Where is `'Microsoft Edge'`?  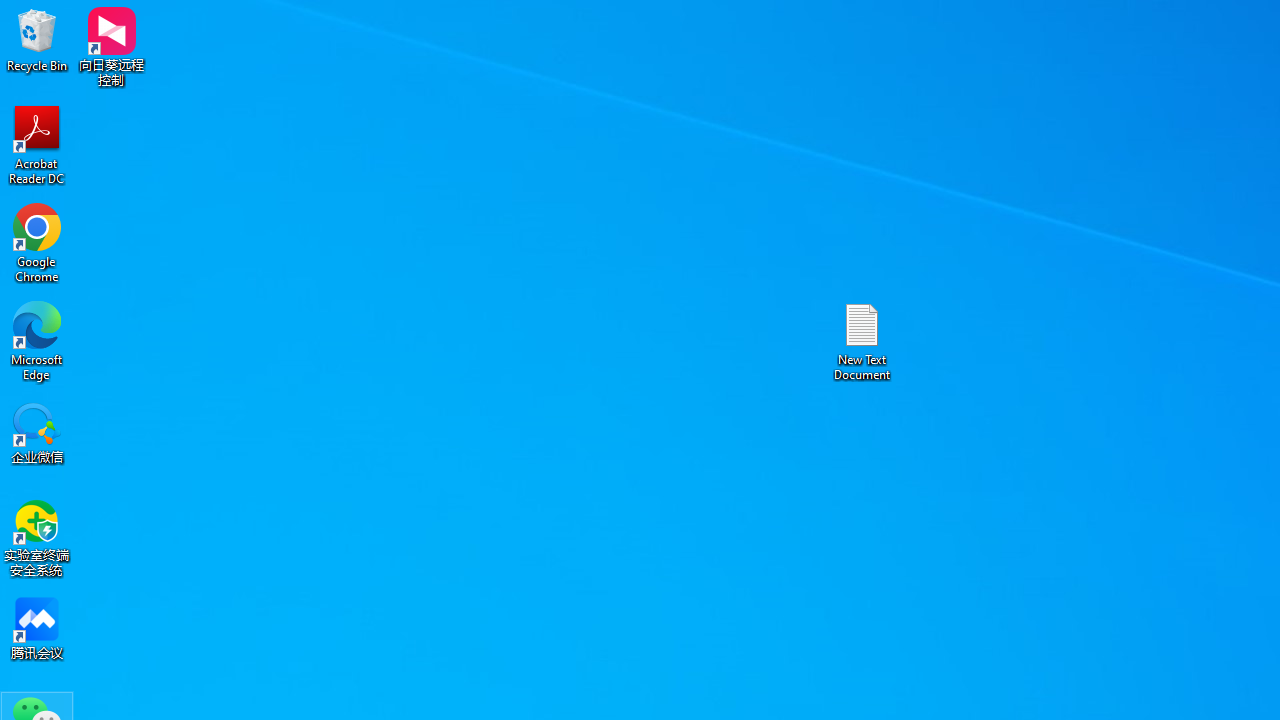
'Microsoft Edge' is located at coordinates (37, 340).